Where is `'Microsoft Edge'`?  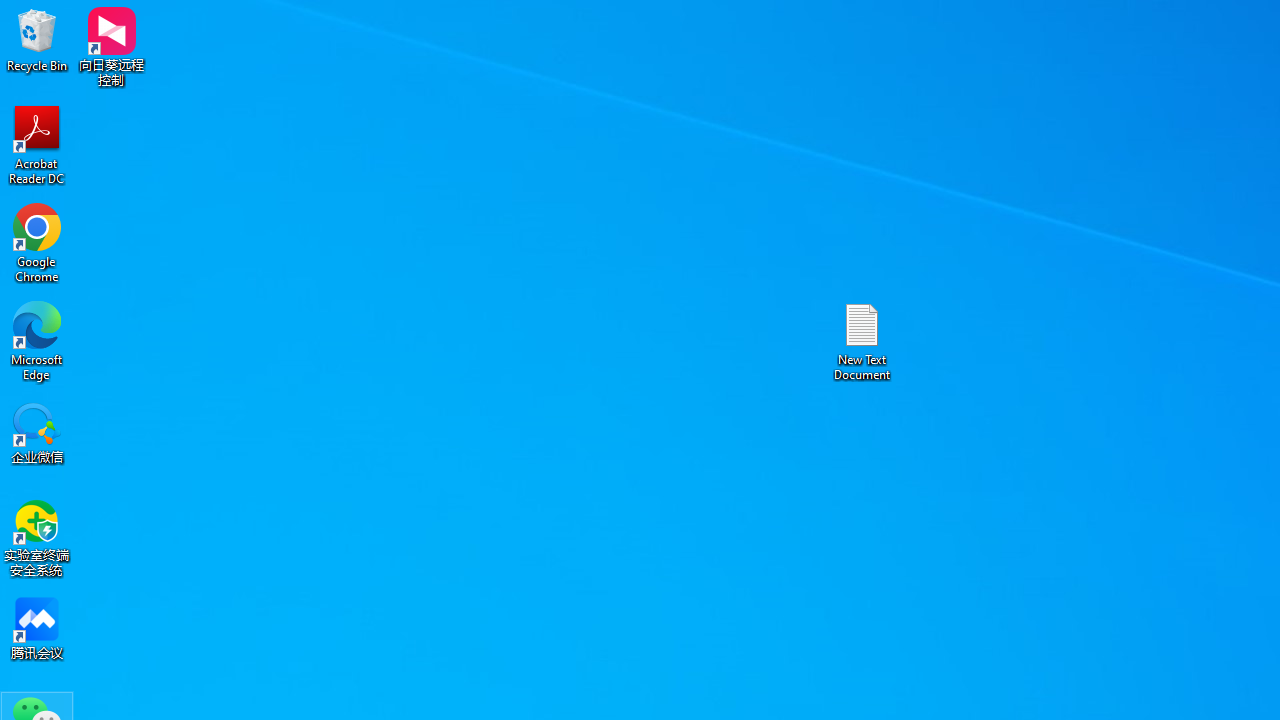
'Microsoft Edge' is located at coordinates (37, 340).